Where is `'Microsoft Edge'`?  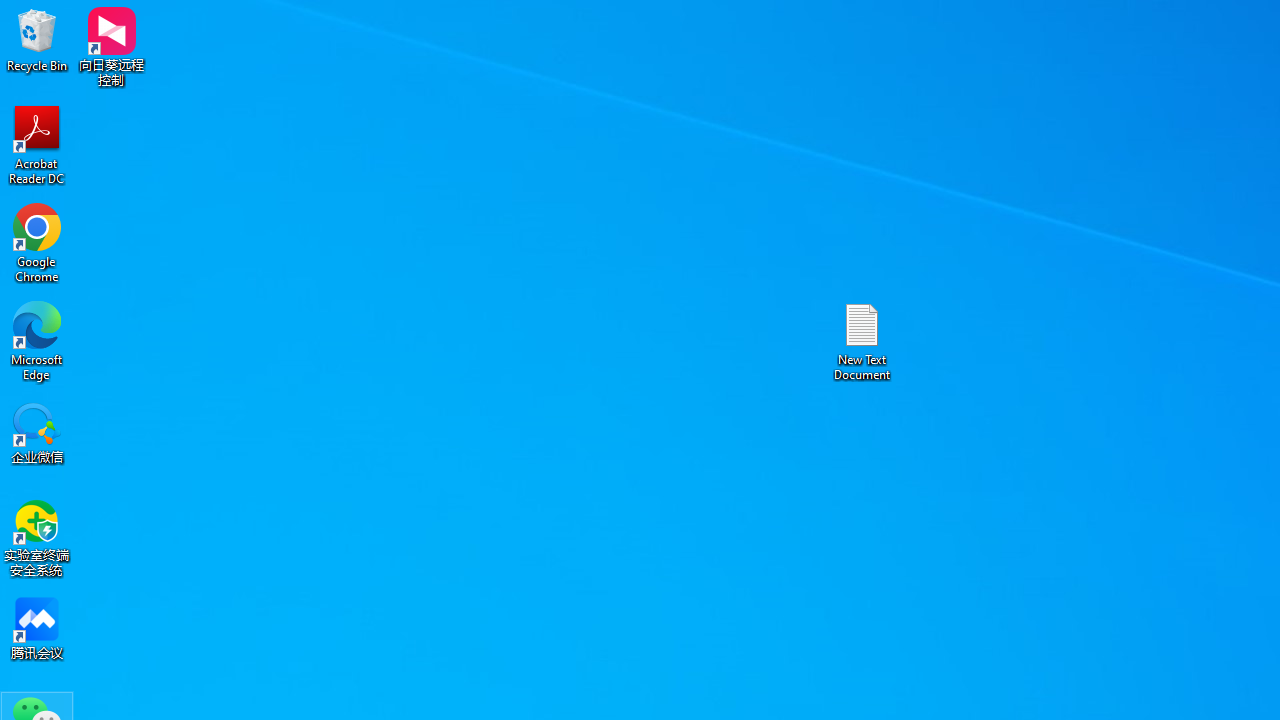
'Microsoft Edge' is located at coordinates (37, 340).